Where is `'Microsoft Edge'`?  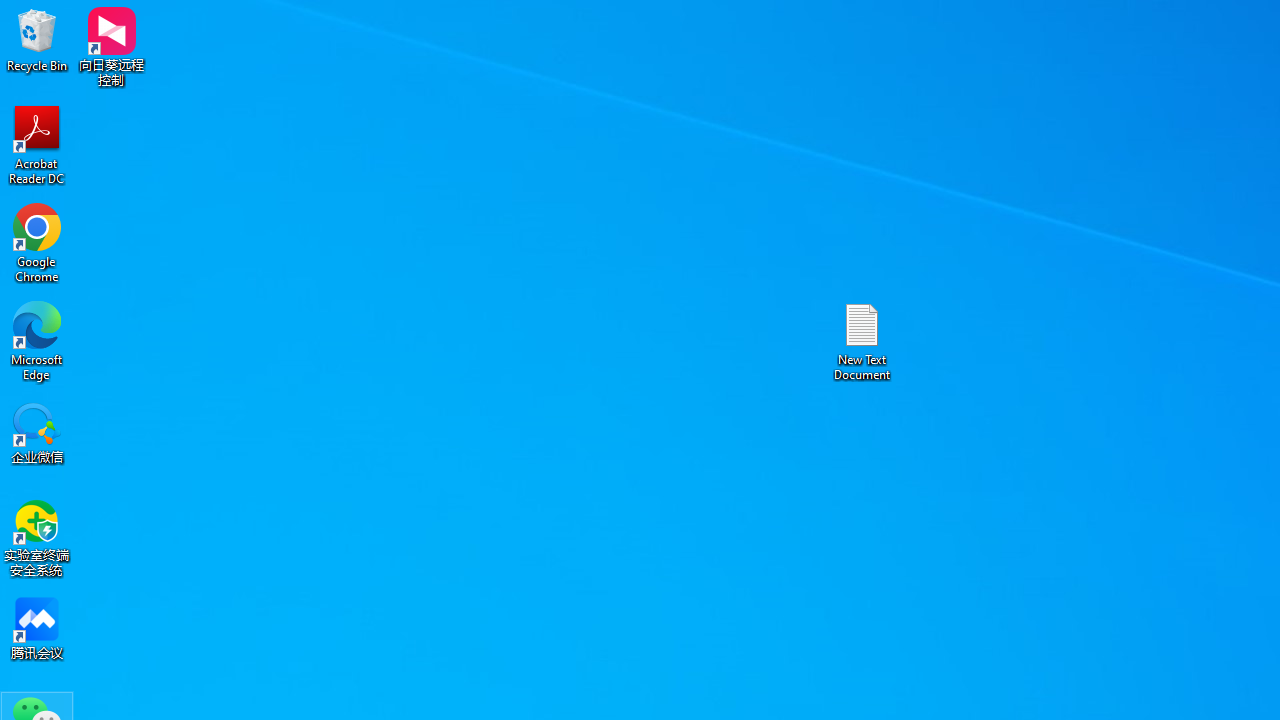
'Microsoft Edge' is located at coordinates (37, 340).